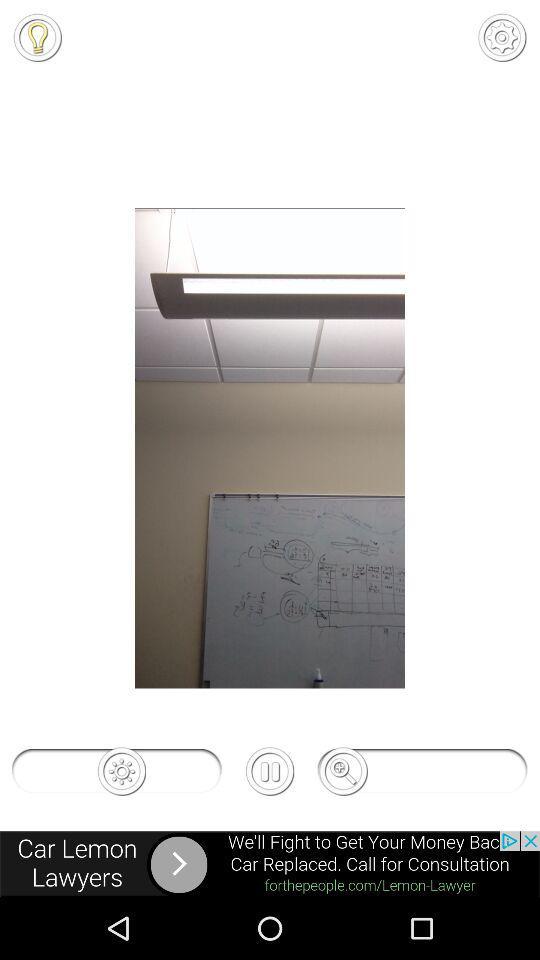  I want to click on flash, so click(37, 36).